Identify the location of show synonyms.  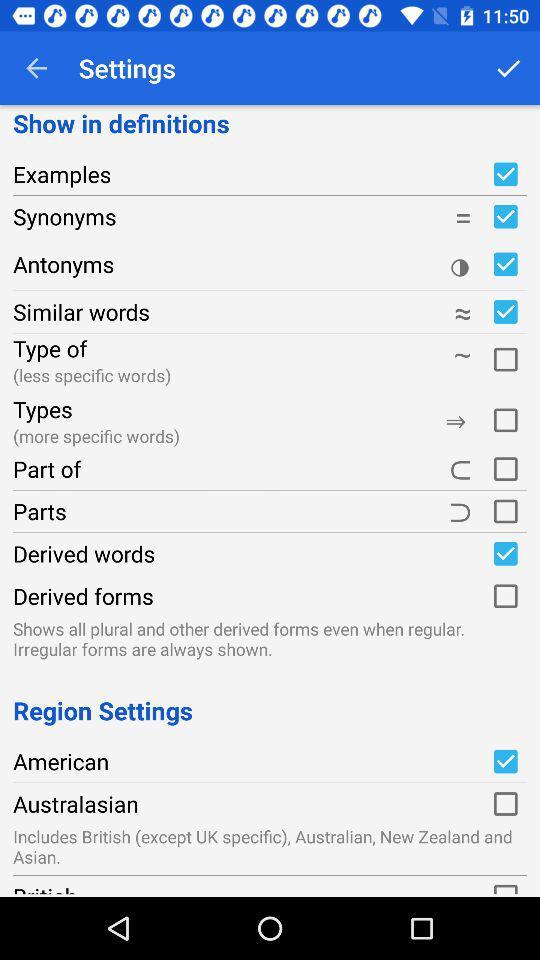
(504, 216).